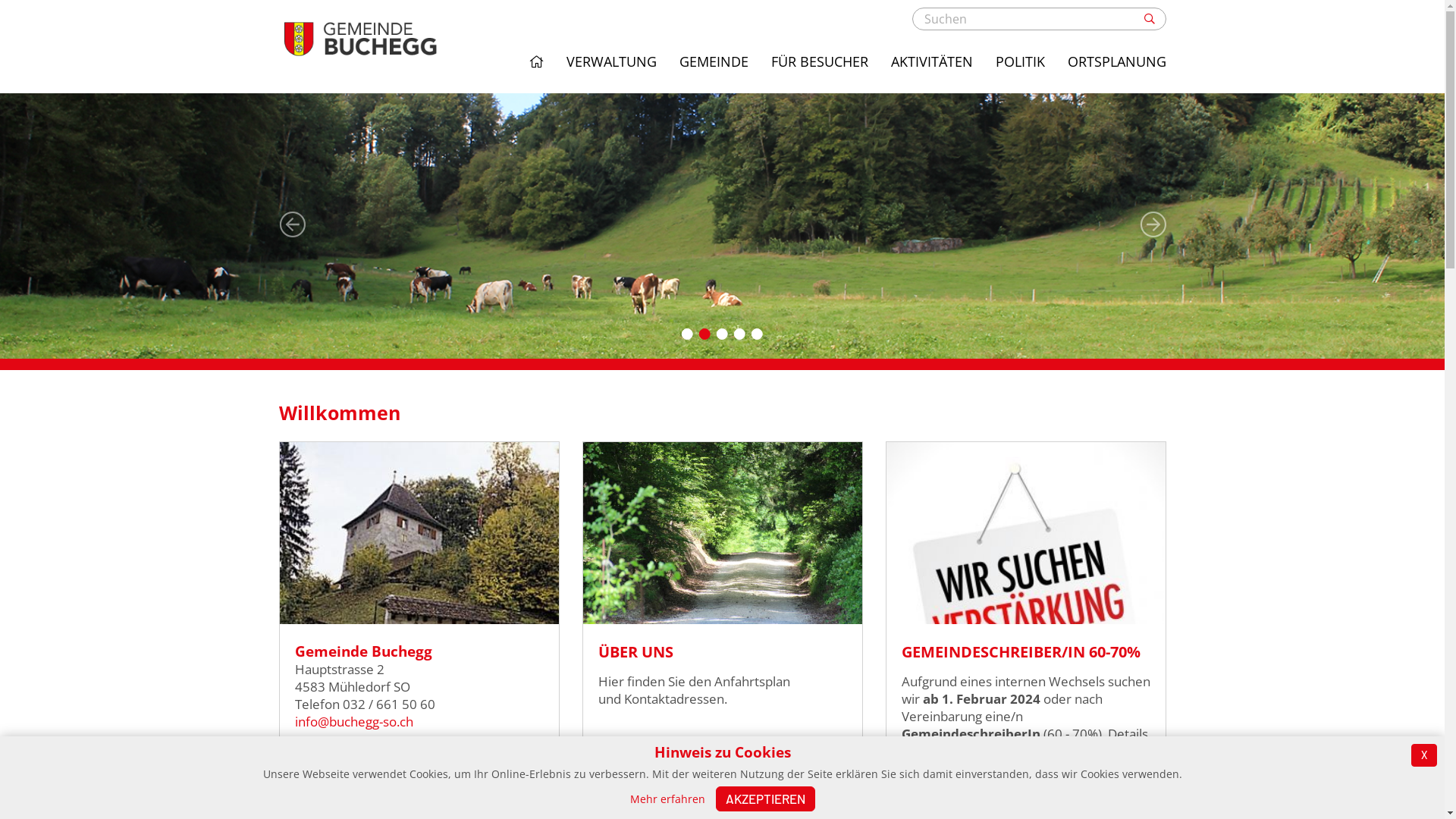 The height and width of the screenshot is (819, 1456). What do you see at coordinates (564, 61) in the screenshot?
I see `'VERWALTUNG'` at bounding box center [564, 61].